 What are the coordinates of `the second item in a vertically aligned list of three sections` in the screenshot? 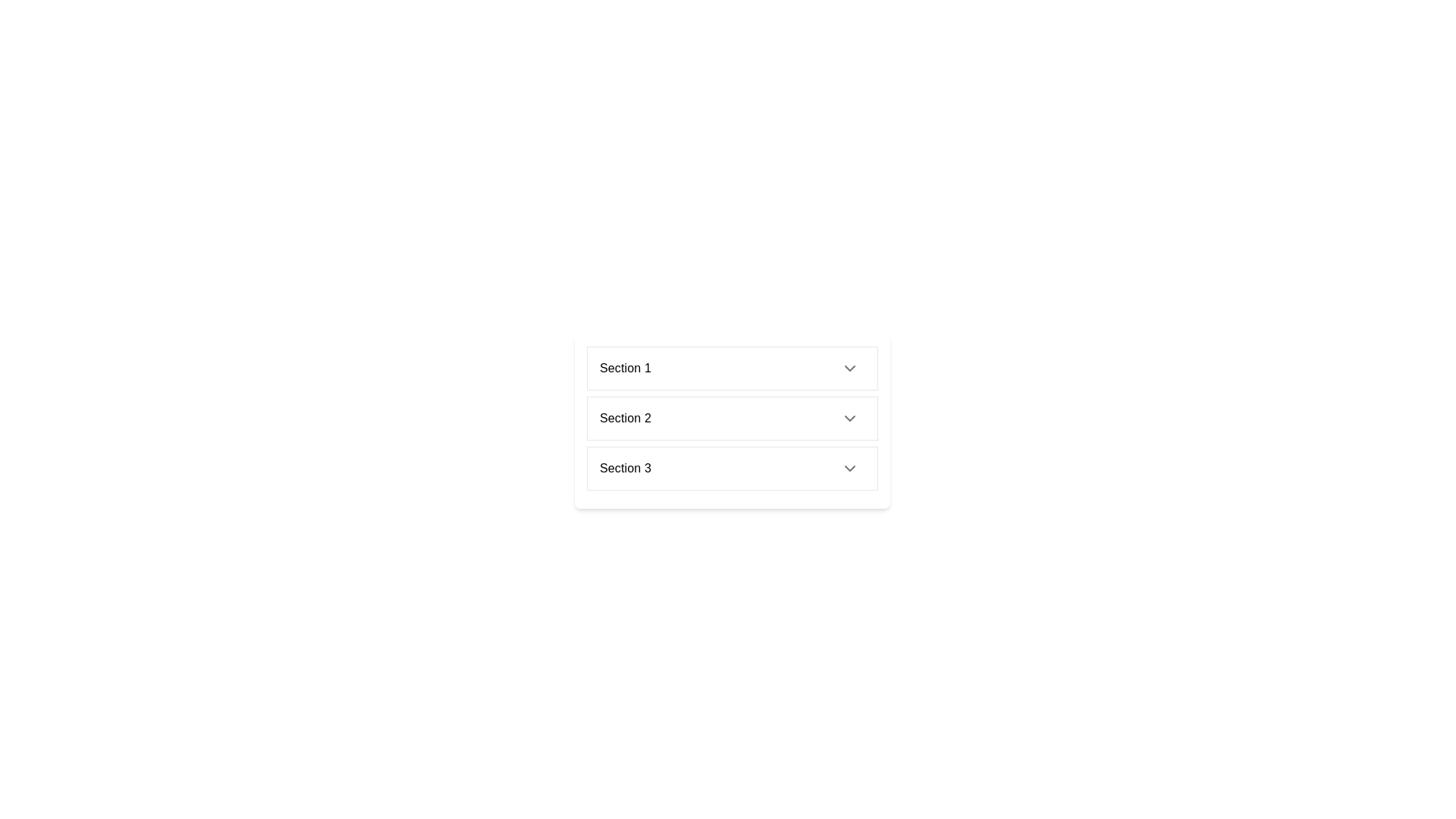 It's located at (732, 415).